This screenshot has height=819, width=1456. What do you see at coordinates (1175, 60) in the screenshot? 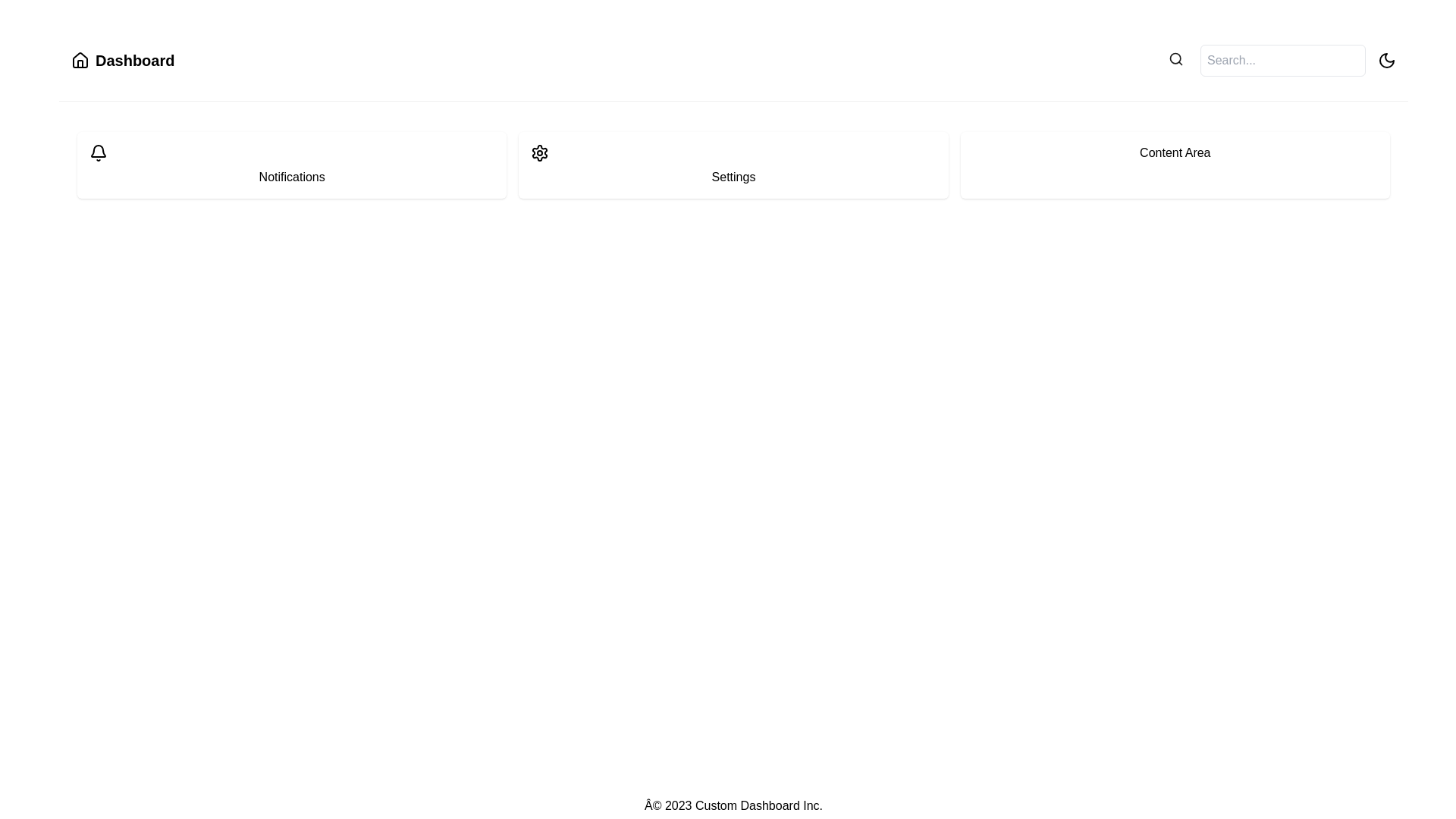
I see `the round search button with a magnifying glass icon located near the top-right corner of the layout` at bounding box center [1175, 60].